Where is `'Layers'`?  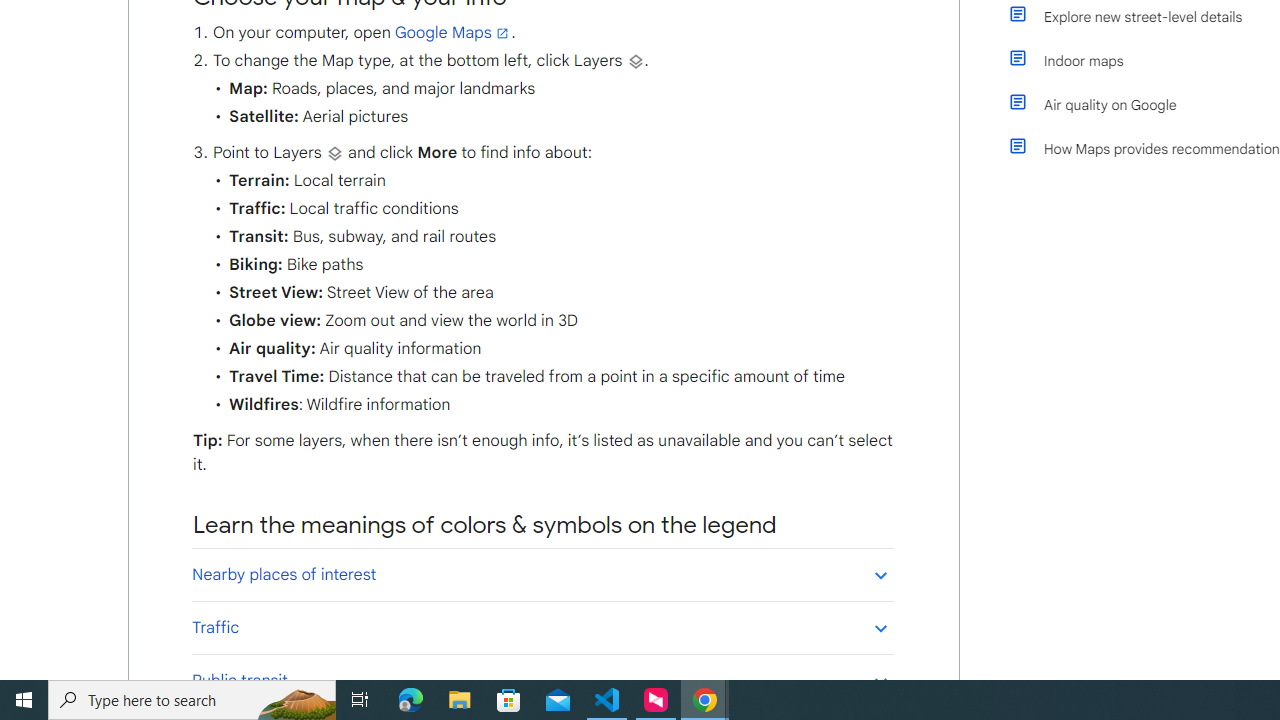 'Layers' is located at coordinates (334, 152).